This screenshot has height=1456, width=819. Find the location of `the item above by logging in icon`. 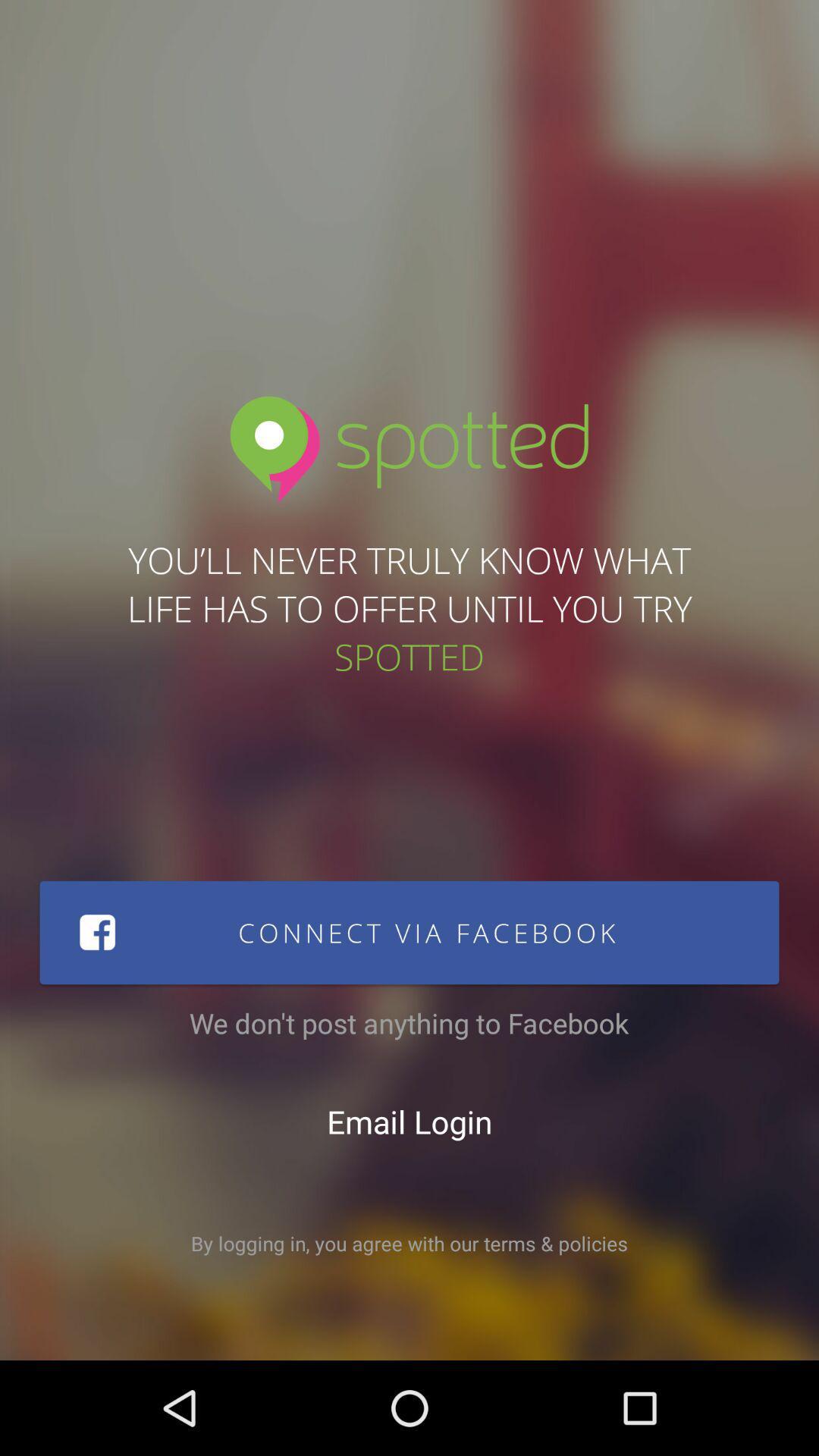

the item above by logging in icon is located at coordinates (409, 1121).